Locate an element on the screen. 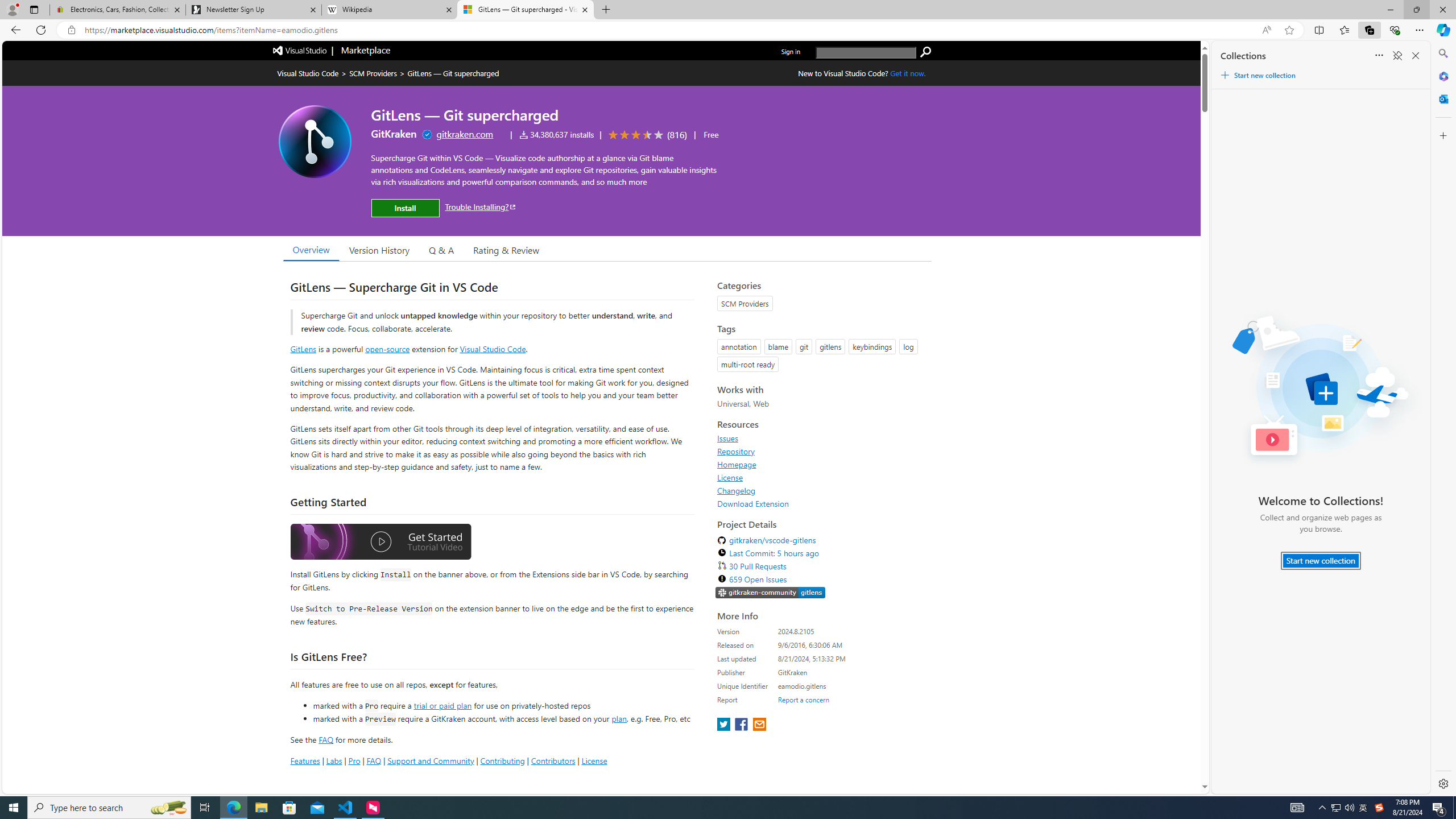 The image size is (1456, 819). 'Changelog' is located at coordinates (737, 490).